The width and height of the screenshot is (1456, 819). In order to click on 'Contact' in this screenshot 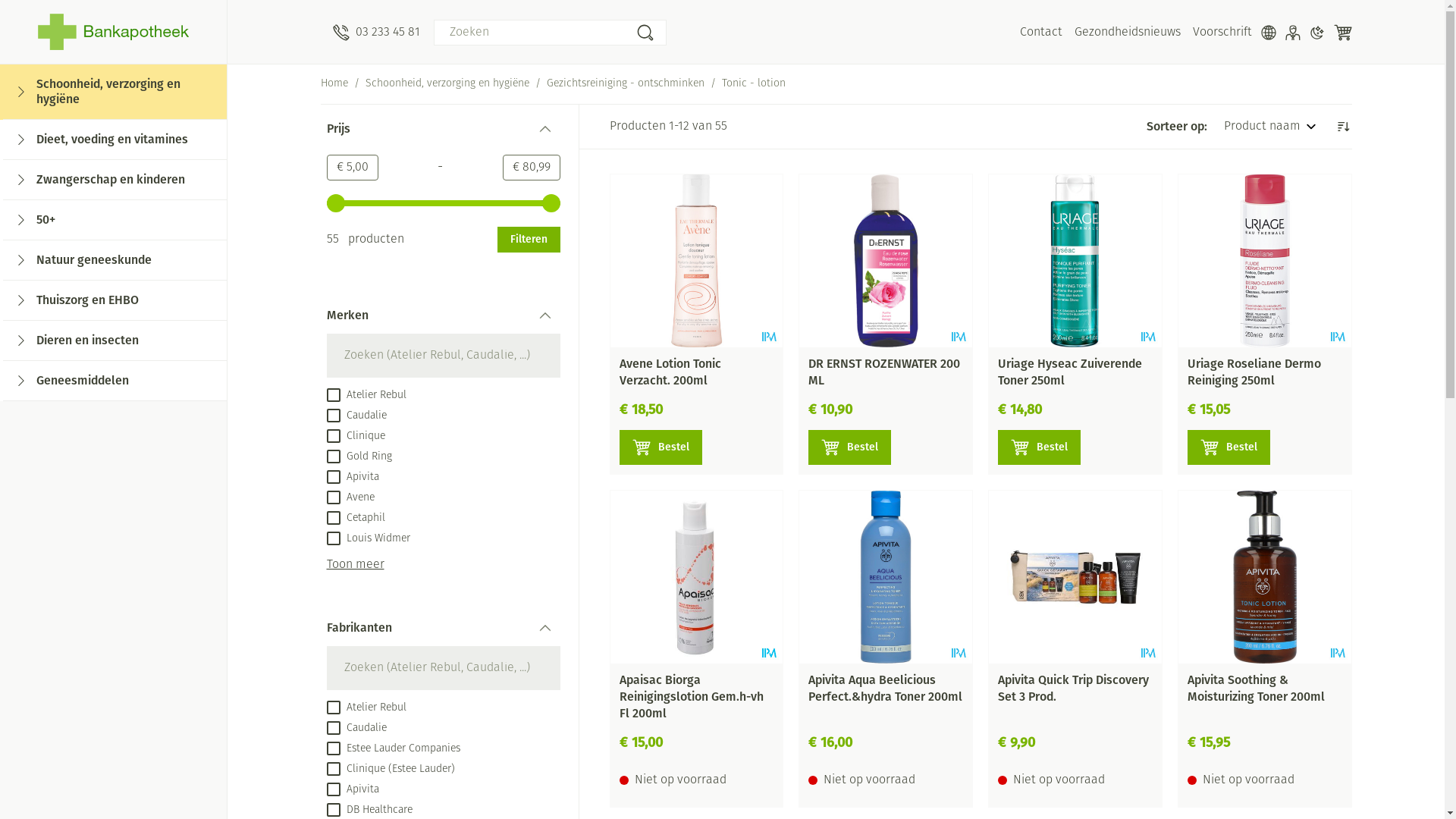, I will do `click(1040, 32)`.